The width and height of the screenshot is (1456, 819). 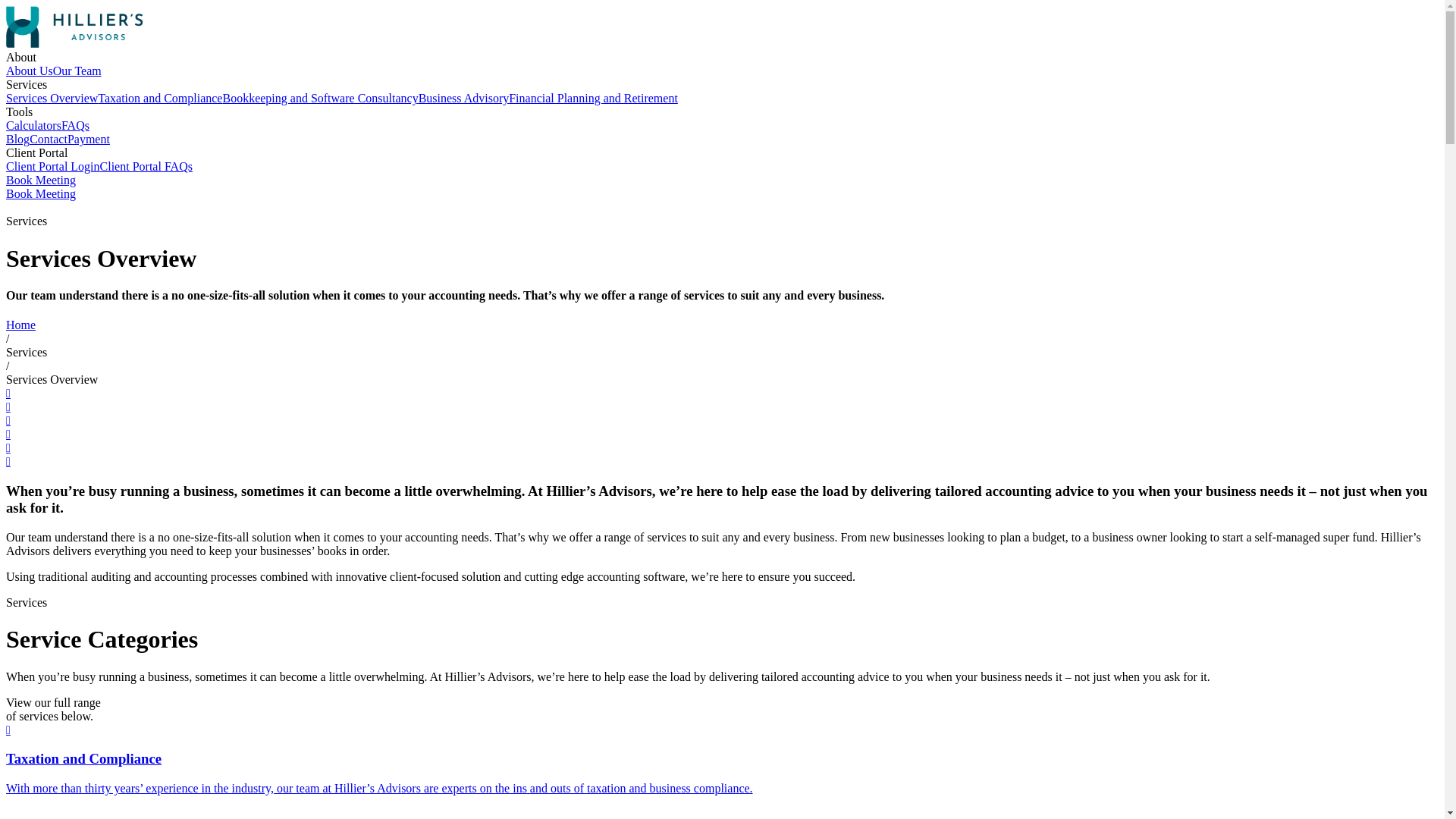 What do you see at coordinates (53, 166) in the screenshot?
I see `'Client Portal Login'` at bounding box center [53, 166].